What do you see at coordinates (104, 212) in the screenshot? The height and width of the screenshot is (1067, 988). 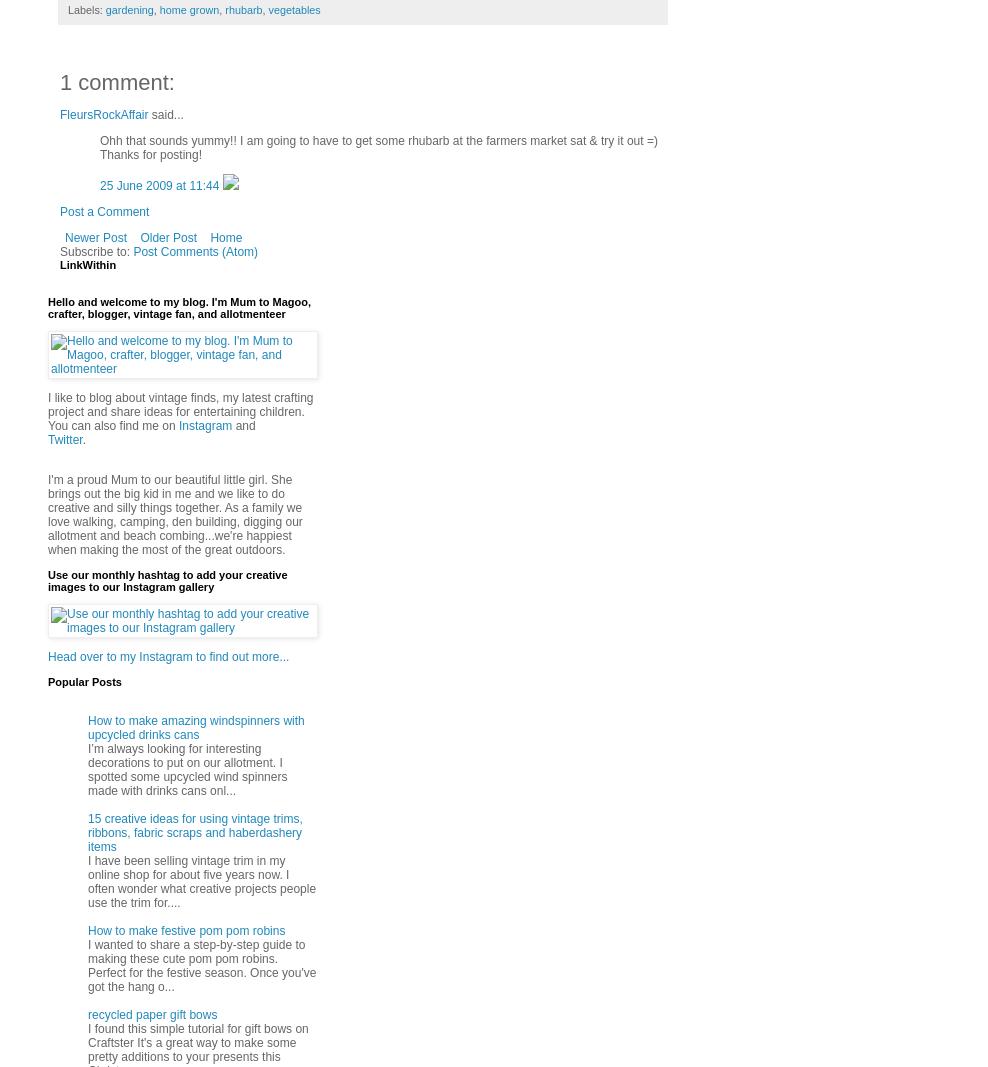 I see `'Post a Comment'` at bounding box center [104, 212].